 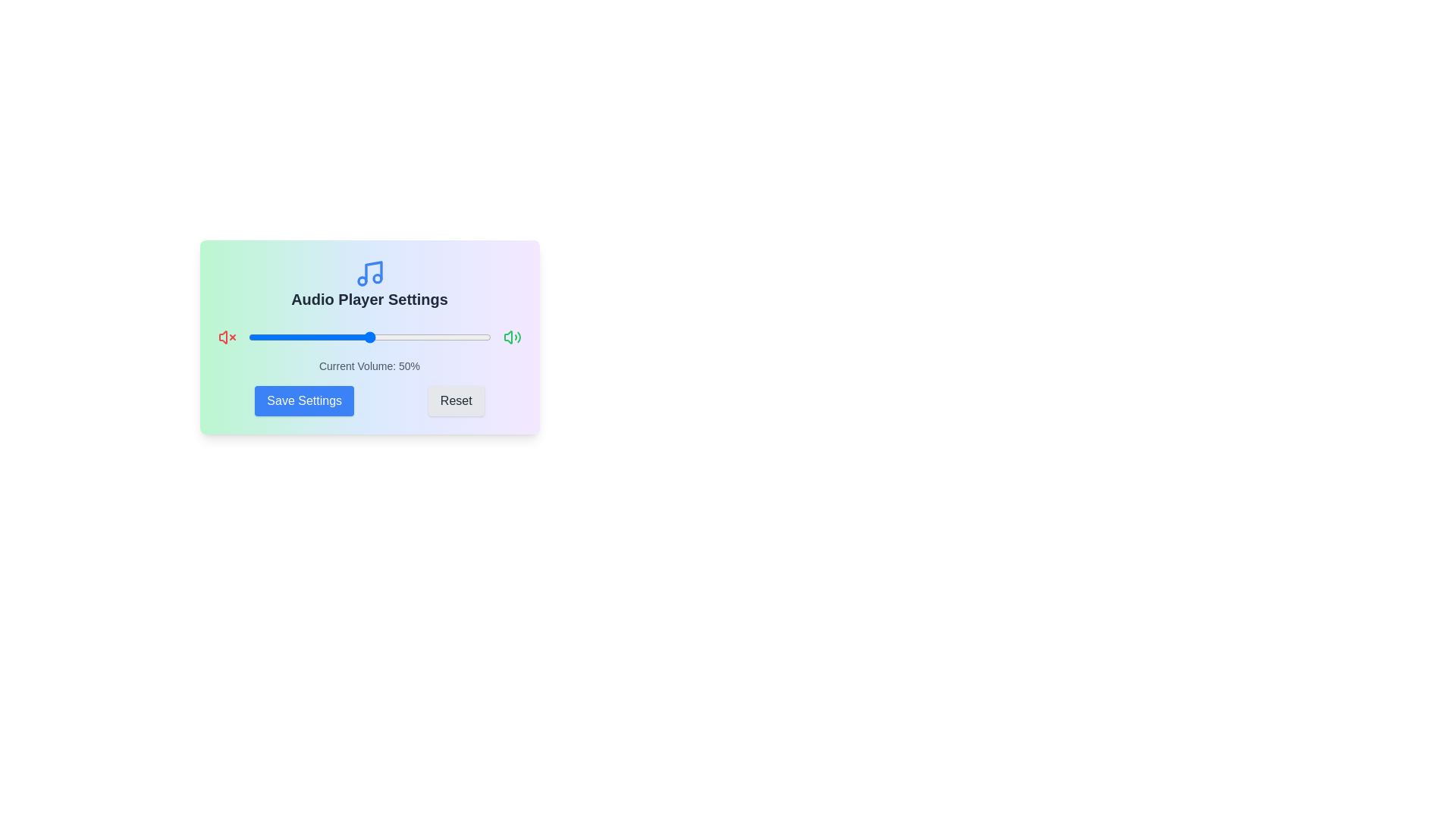 What do you see at coordinates (303, 400) in the screenshot?
I see `the blue rectangular 'Save Settings' button with white text located at the bottom-left corner of the modal` at bounding box center [303, 400].